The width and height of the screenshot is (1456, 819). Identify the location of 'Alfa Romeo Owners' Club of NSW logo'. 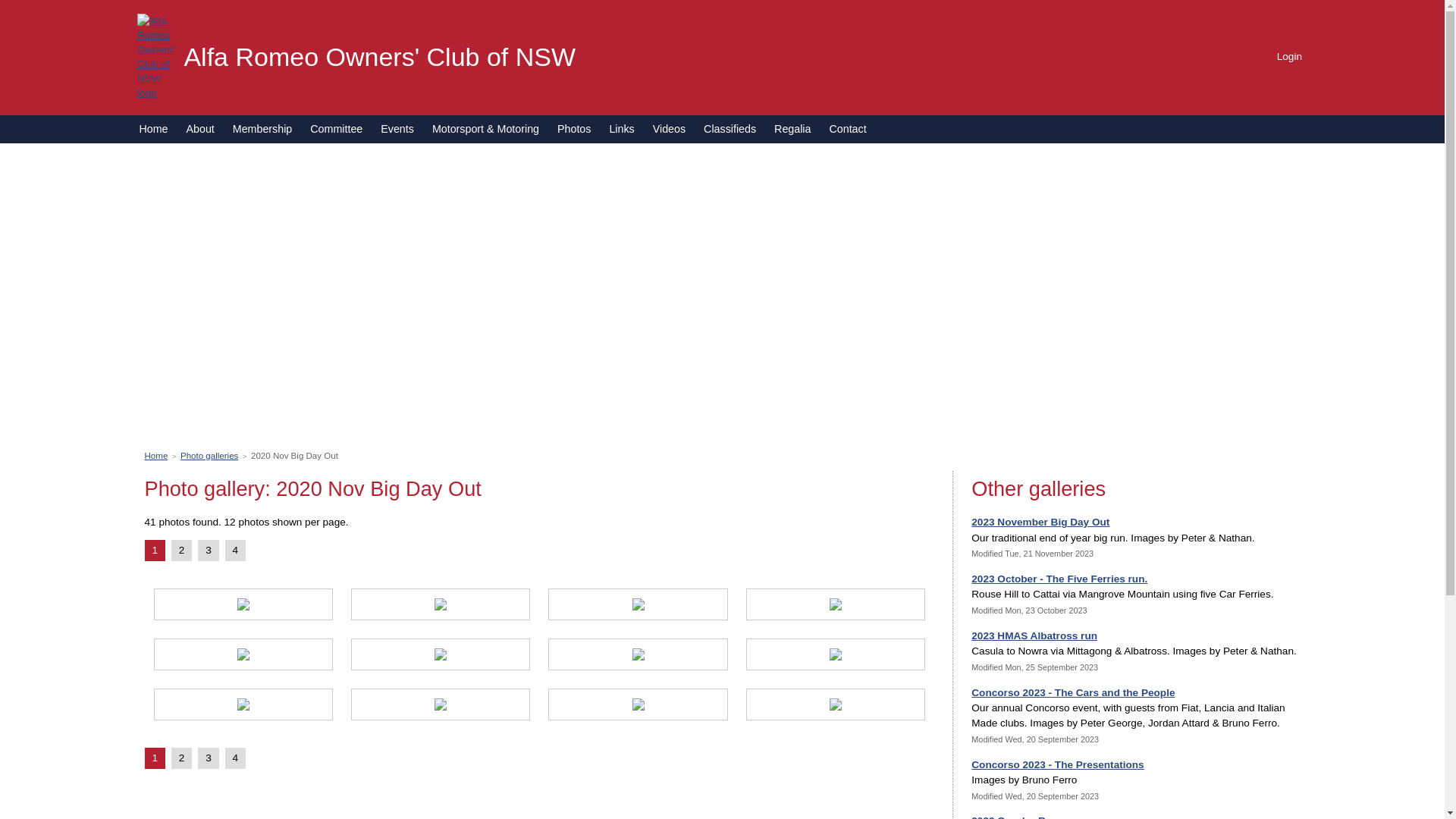
(155, 55).